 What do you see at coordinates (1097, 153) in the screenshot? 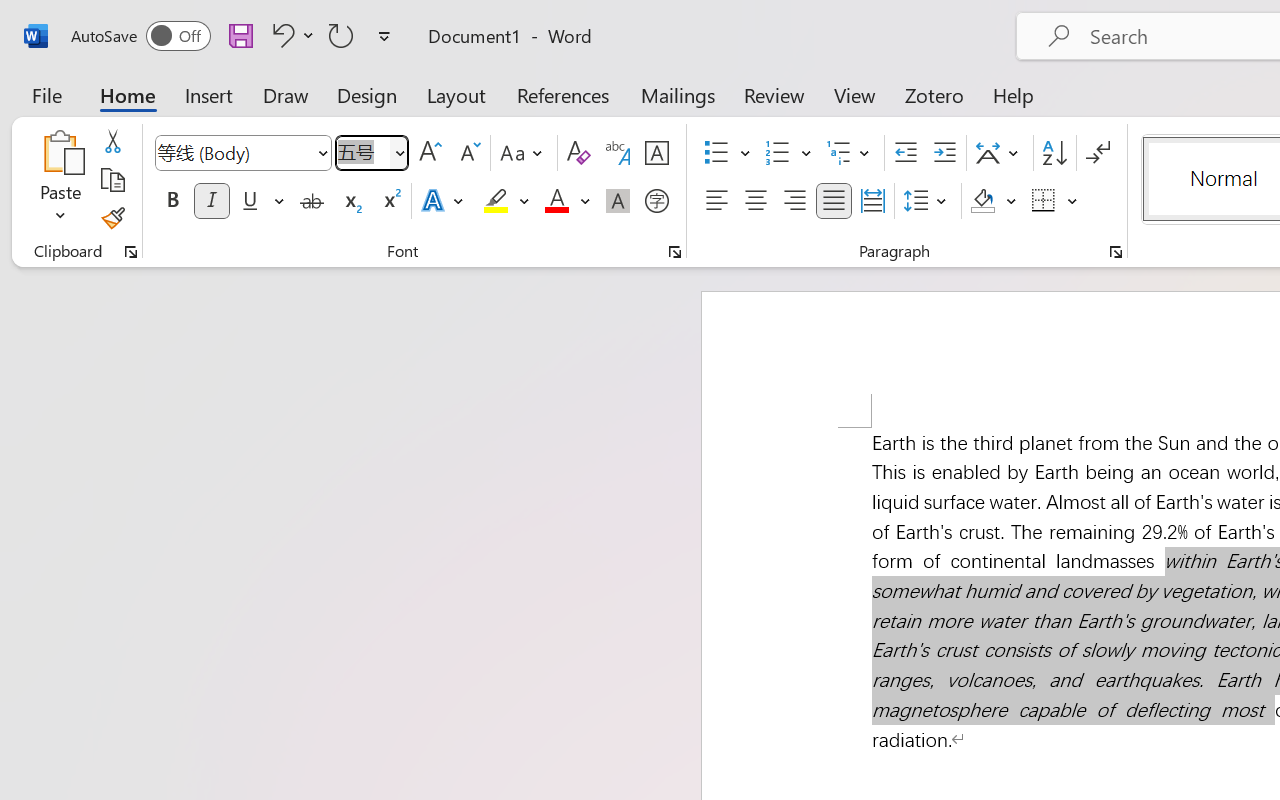
I see `'Show/Hide Editing Marks'` at bounding box center [1097, 153].